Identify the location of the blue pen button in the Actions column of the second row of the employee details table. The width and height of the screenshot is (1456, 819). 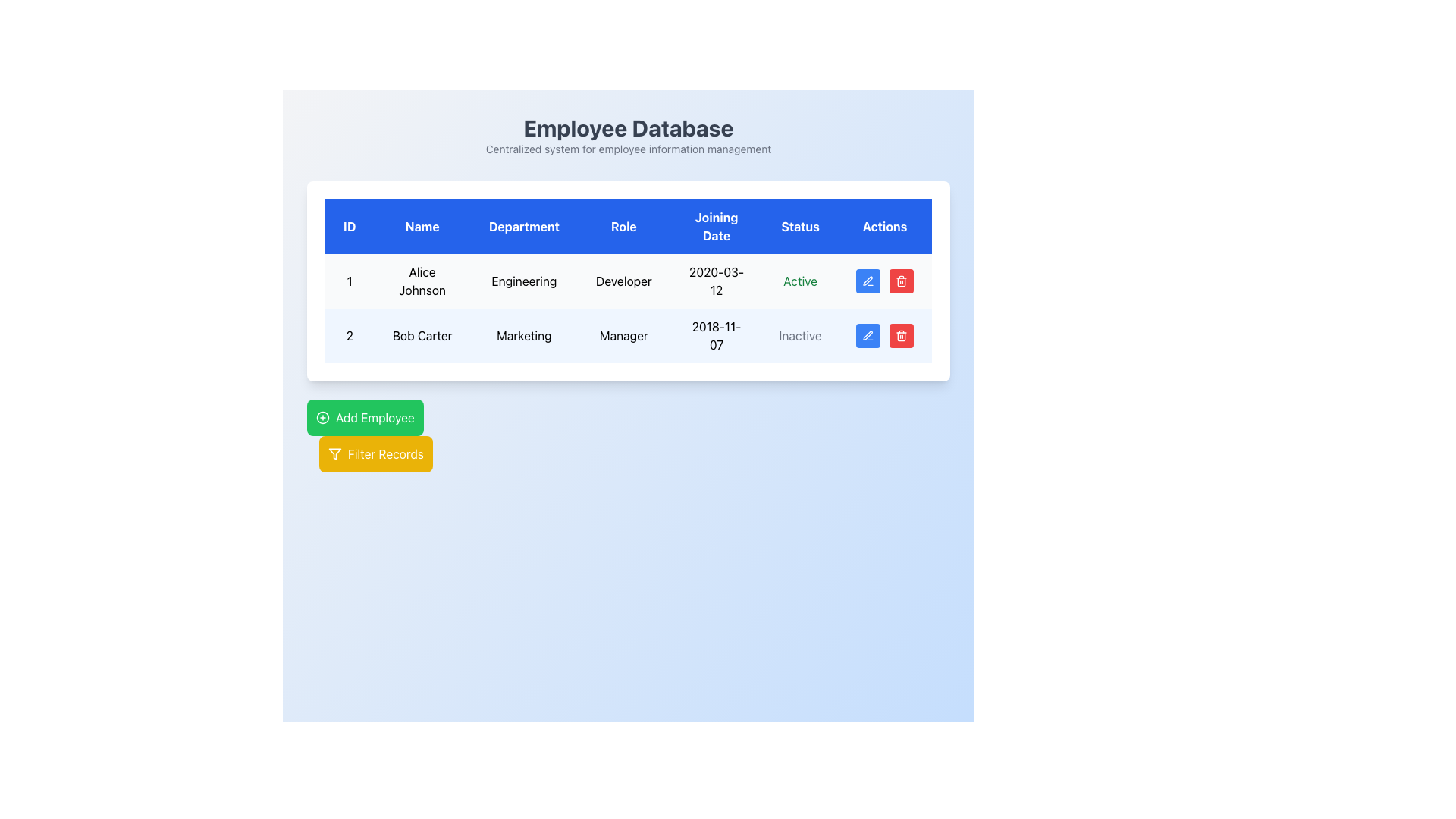
(884, 335).